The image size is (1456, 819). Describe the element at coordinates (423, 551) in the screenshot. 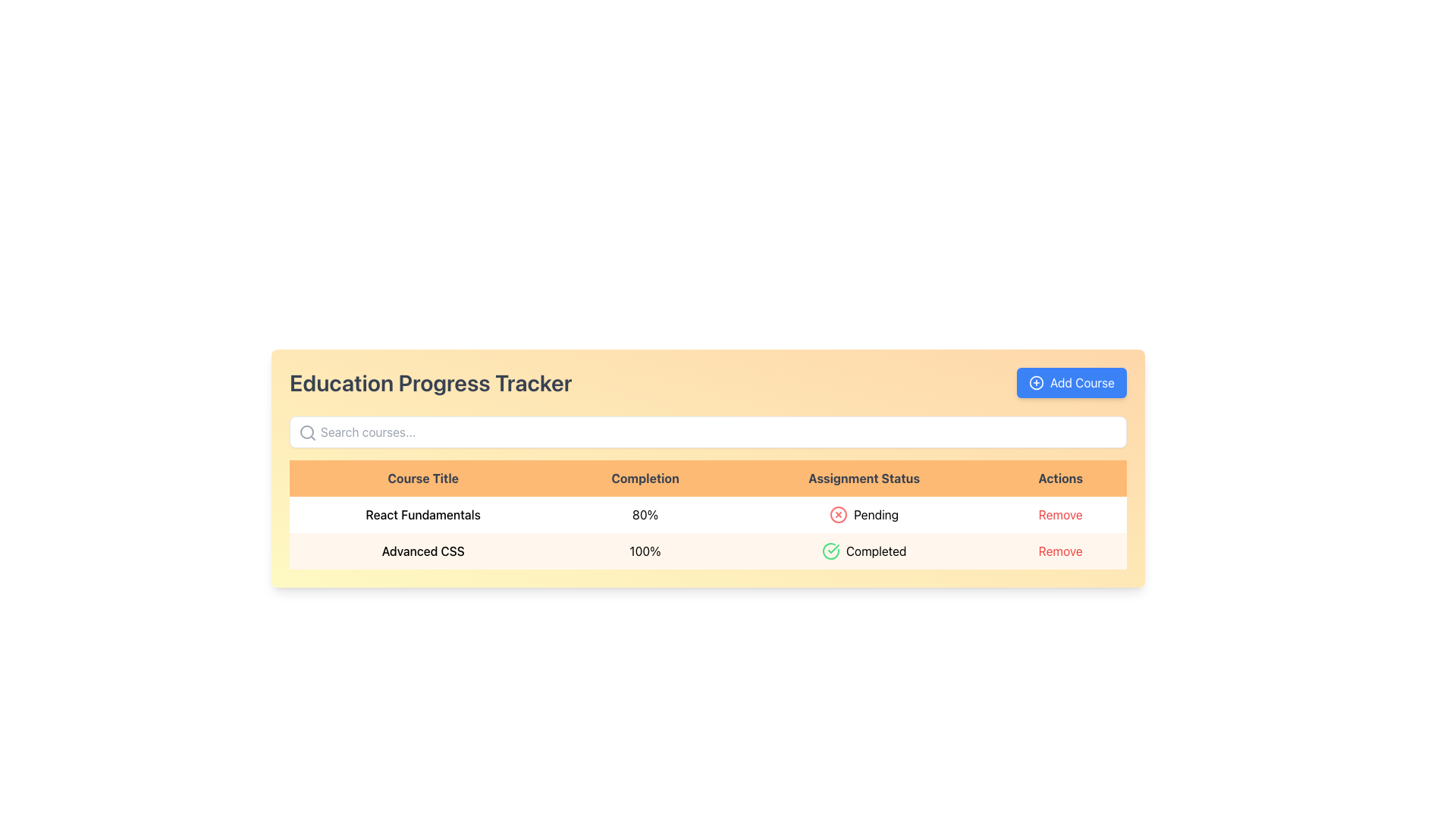

I see `the 'Advanced CSS' text label in the course tracker interface, which is located in the second row under the 'Course Title' column` at that location.